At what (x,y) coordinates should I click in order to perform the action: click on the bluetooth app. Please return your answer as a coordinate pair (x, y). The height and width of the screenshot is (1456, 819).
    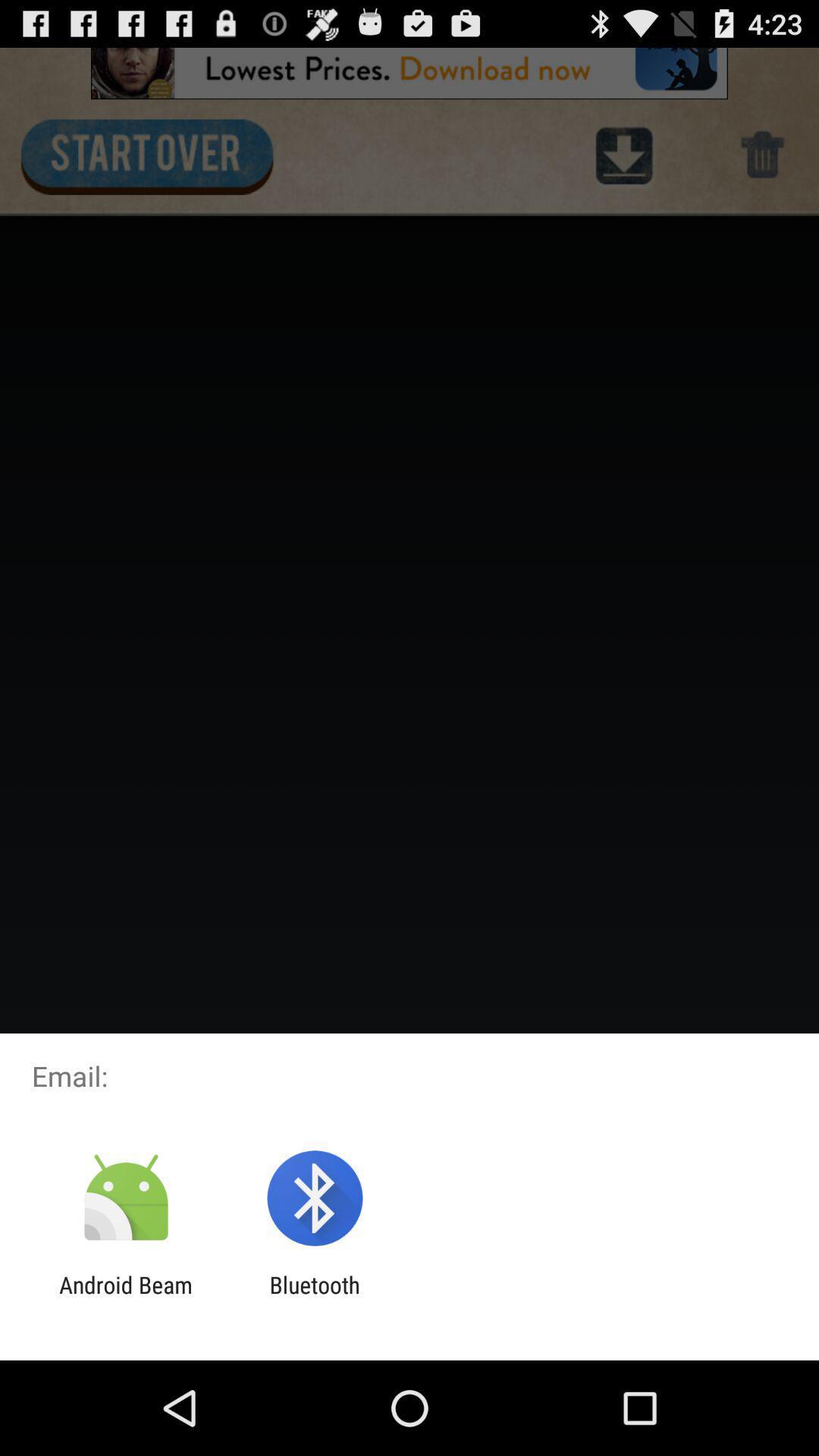
    Looking at the image, I should click on (314, 1298).